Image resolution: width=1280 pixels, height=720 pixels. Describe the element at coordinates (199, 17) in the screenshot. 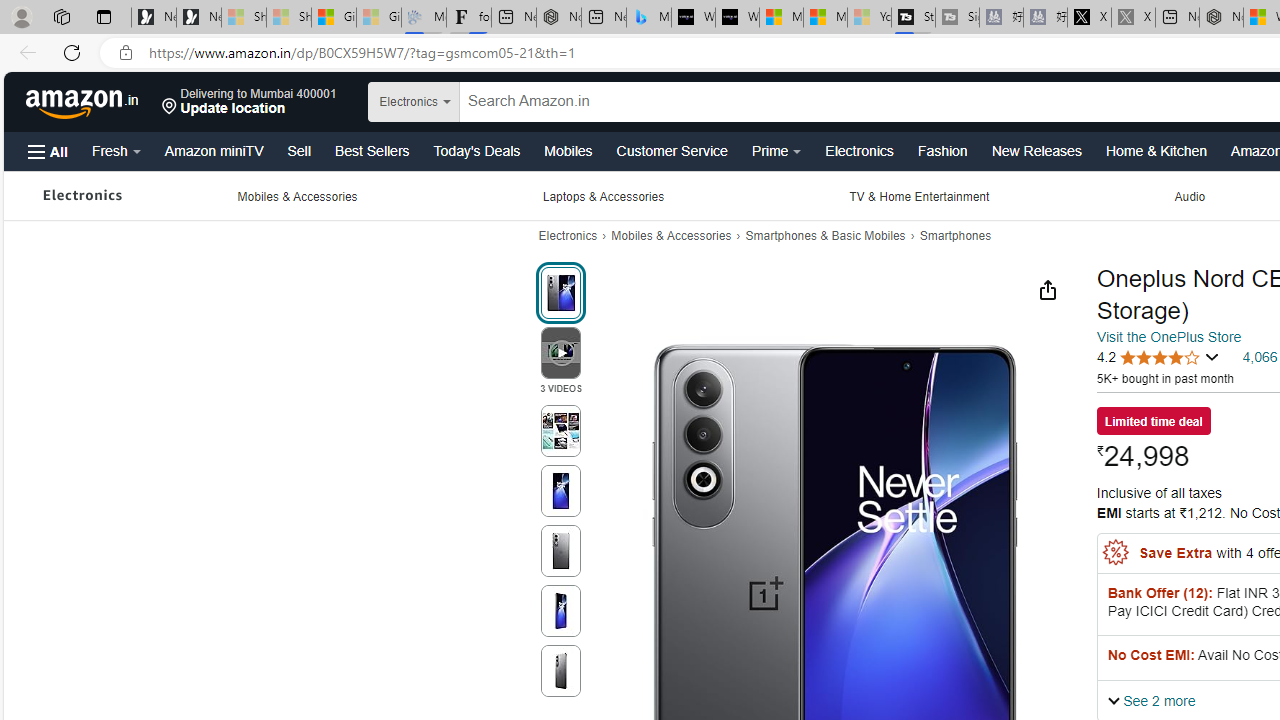

I see `'Newsletter Sign Up'` at that location.